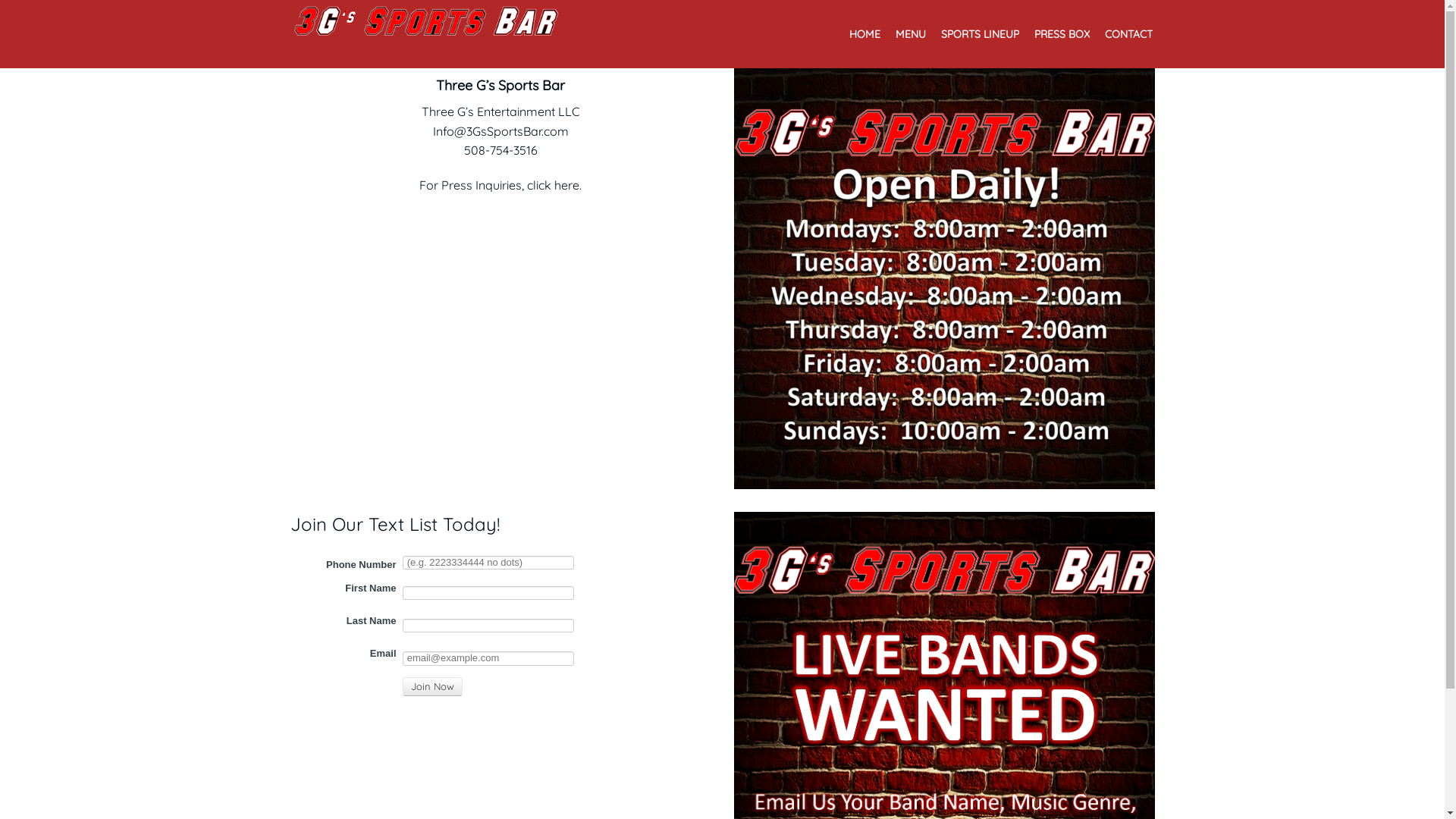  Describe the element at coordinates (431, 687) in the screenshot. I see `'Join Now'` at that location.